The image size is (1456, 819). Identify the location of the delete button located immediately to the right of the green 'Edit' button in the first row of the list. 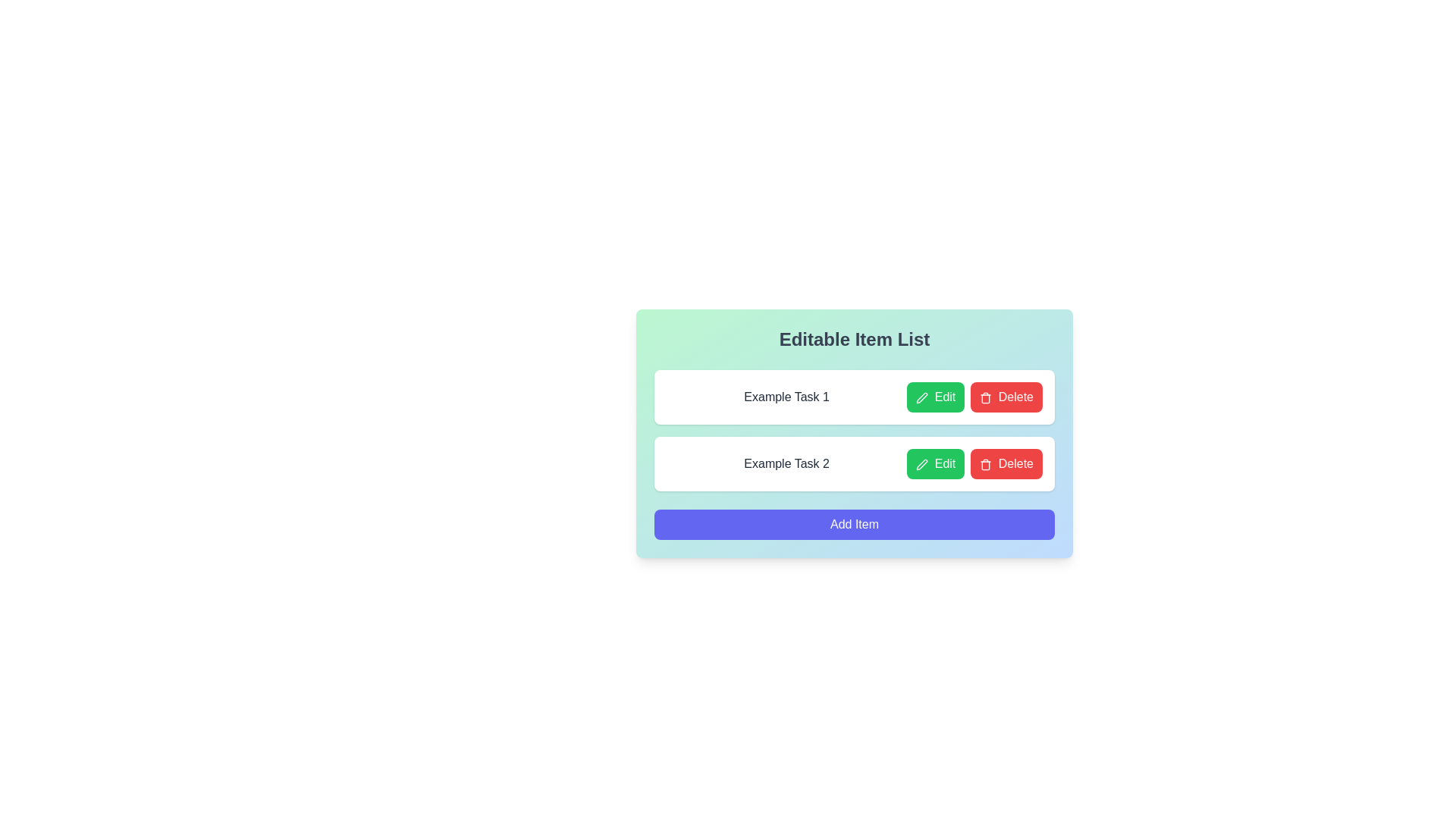
(1006, 397).